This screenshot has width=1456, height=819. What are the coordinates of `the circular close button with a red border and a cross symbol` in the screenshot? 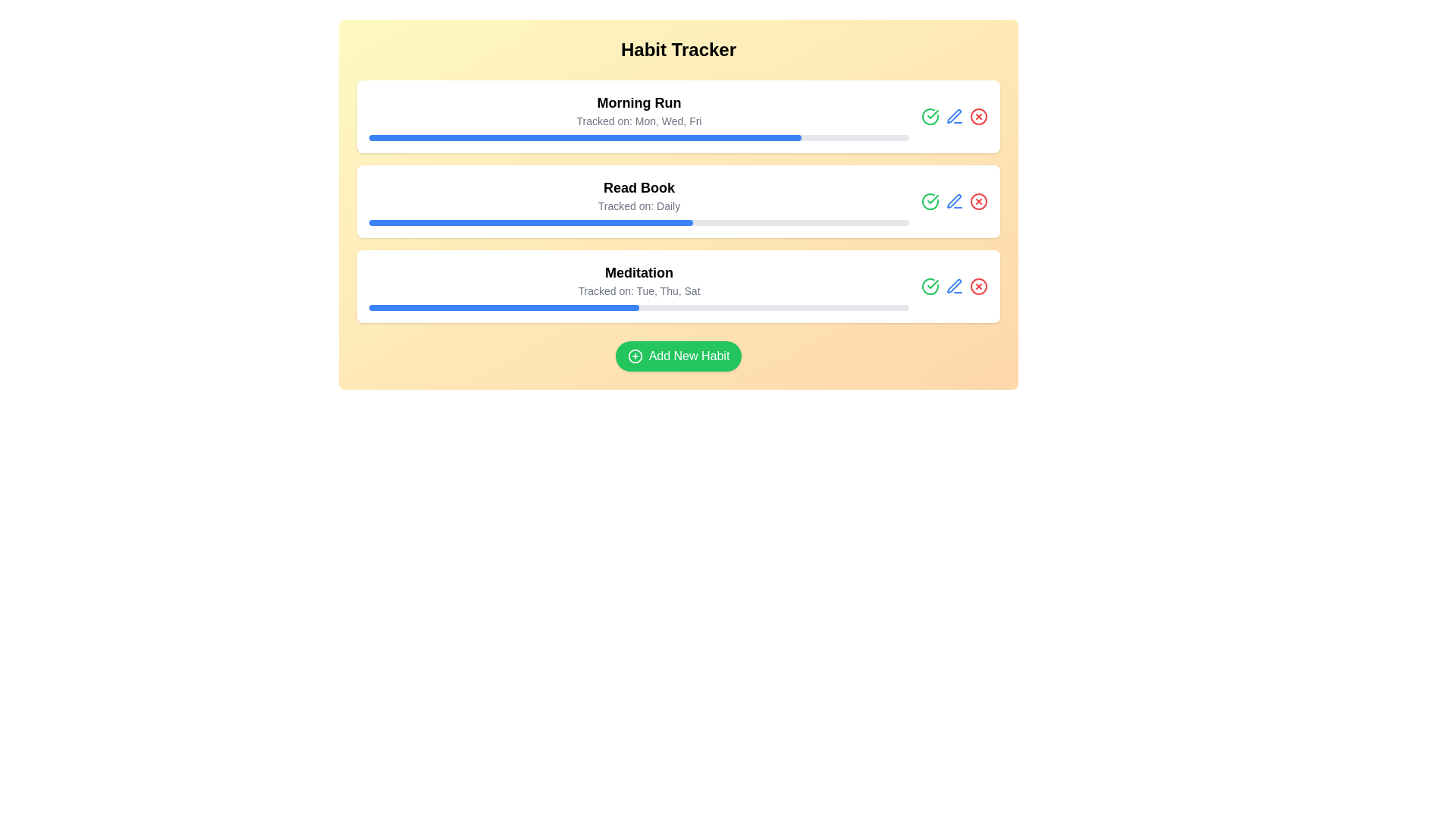 It's located at (979, 287).